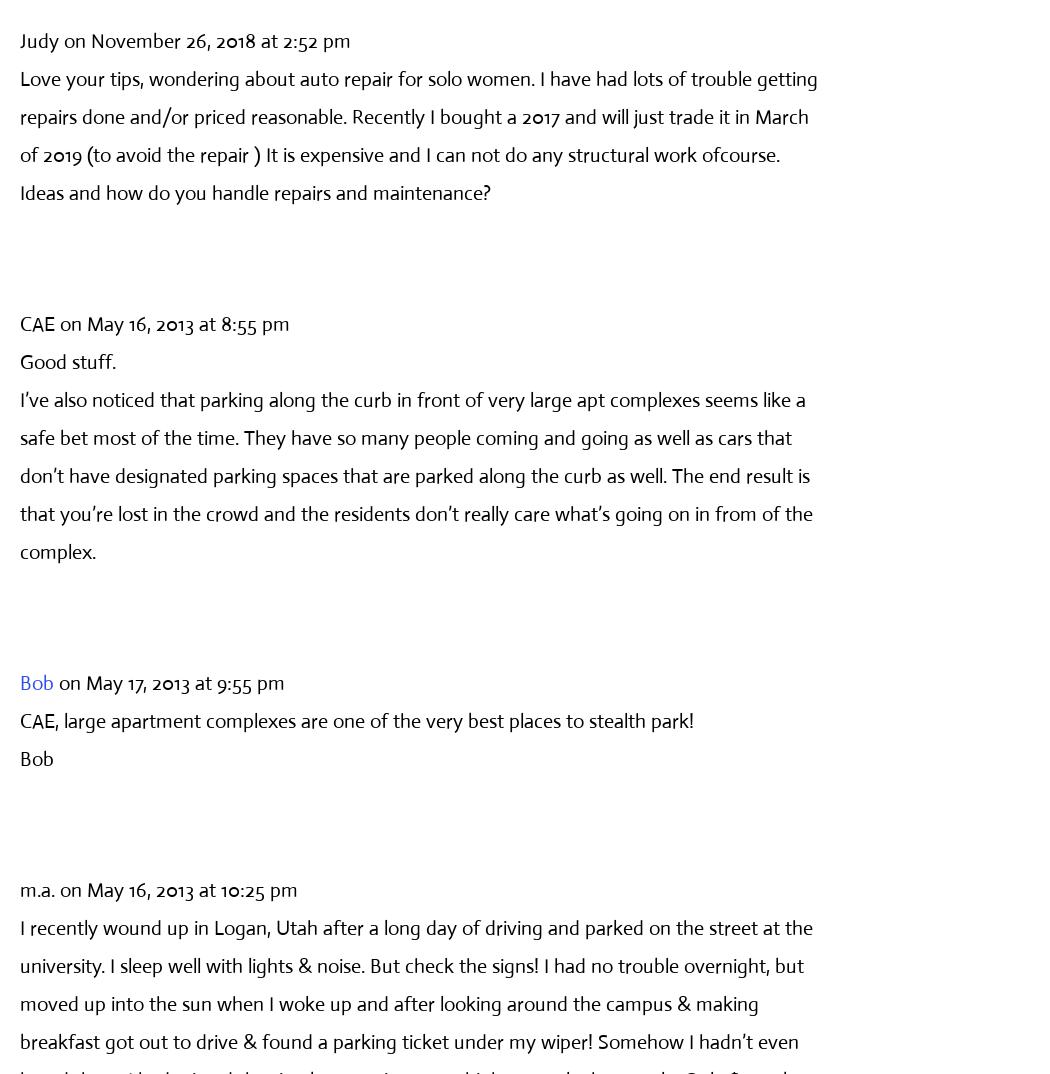 This screenshot has height=1074, width=1050. I want to click on 'on May 16, 2013 at 10:25 pm', so click(179, 888).